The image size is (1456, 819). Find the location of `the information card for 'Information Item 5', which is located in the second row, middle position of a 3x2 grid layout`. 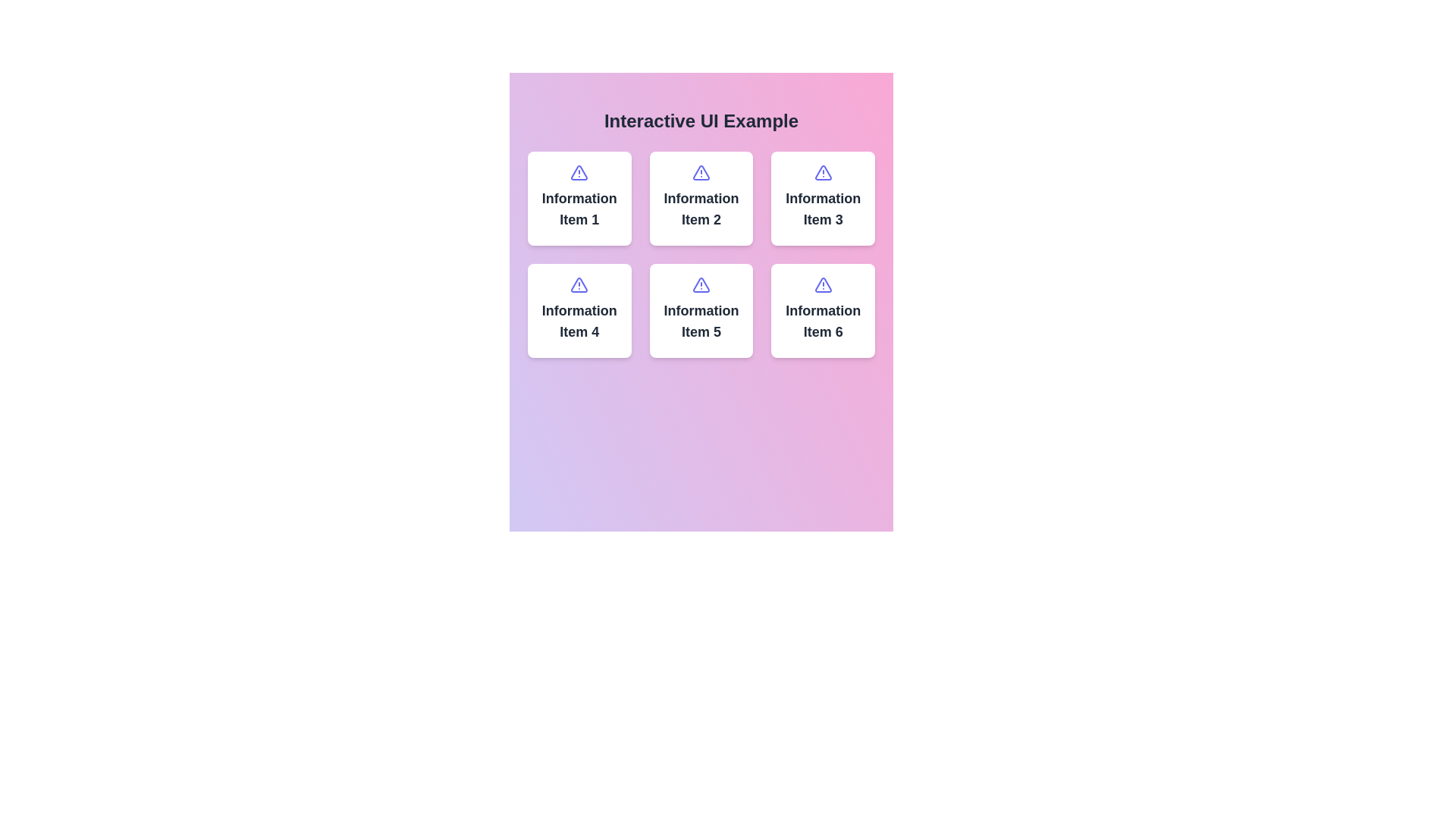

the information card for 'Information Item 5', which is located in the second row, middle position of a 3x2 grid layout is located at coordinates (701, 309).